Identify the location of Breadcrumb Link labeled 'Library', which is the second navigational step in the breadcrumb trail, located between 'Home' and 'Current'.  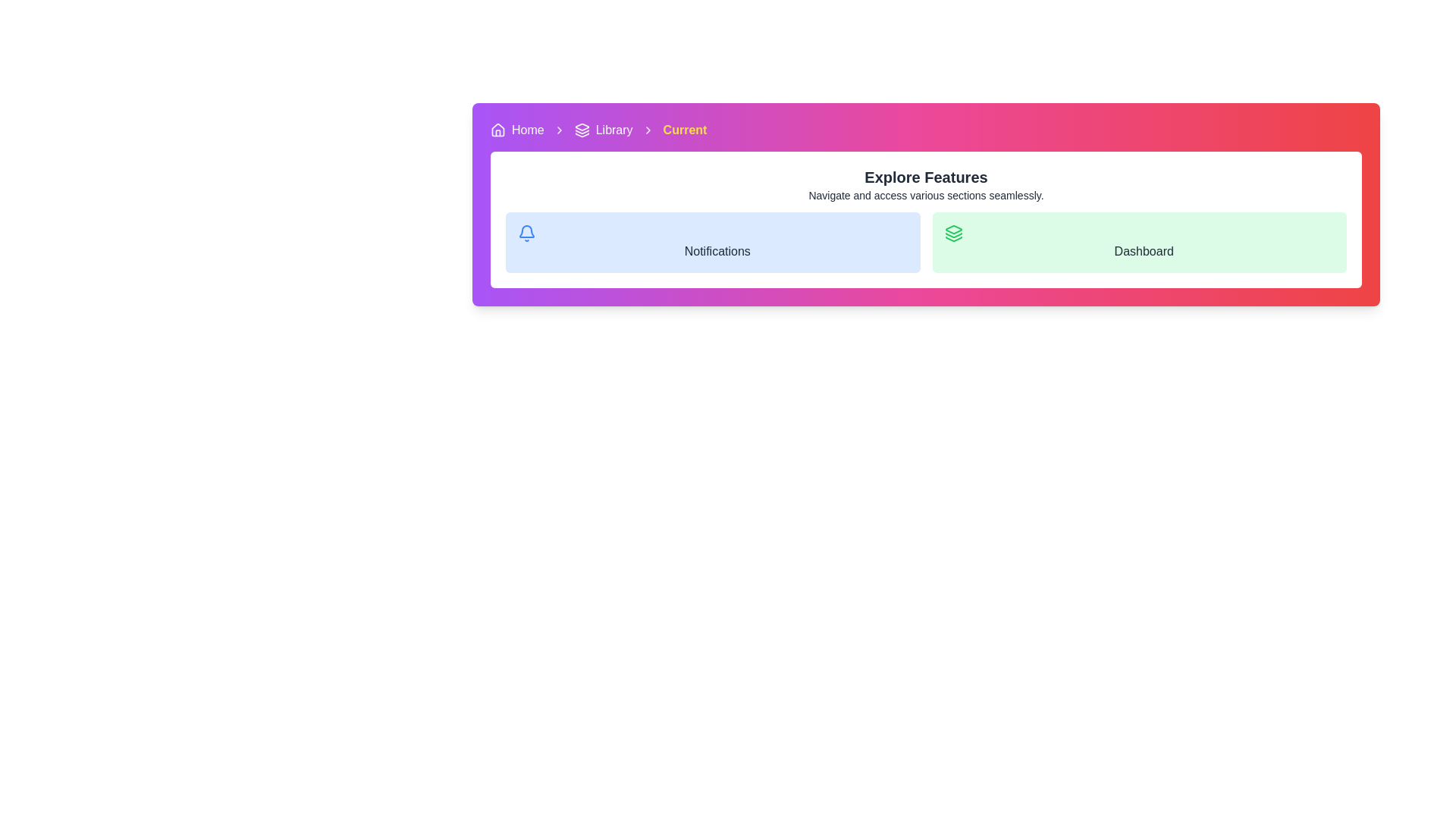
(603, 130).